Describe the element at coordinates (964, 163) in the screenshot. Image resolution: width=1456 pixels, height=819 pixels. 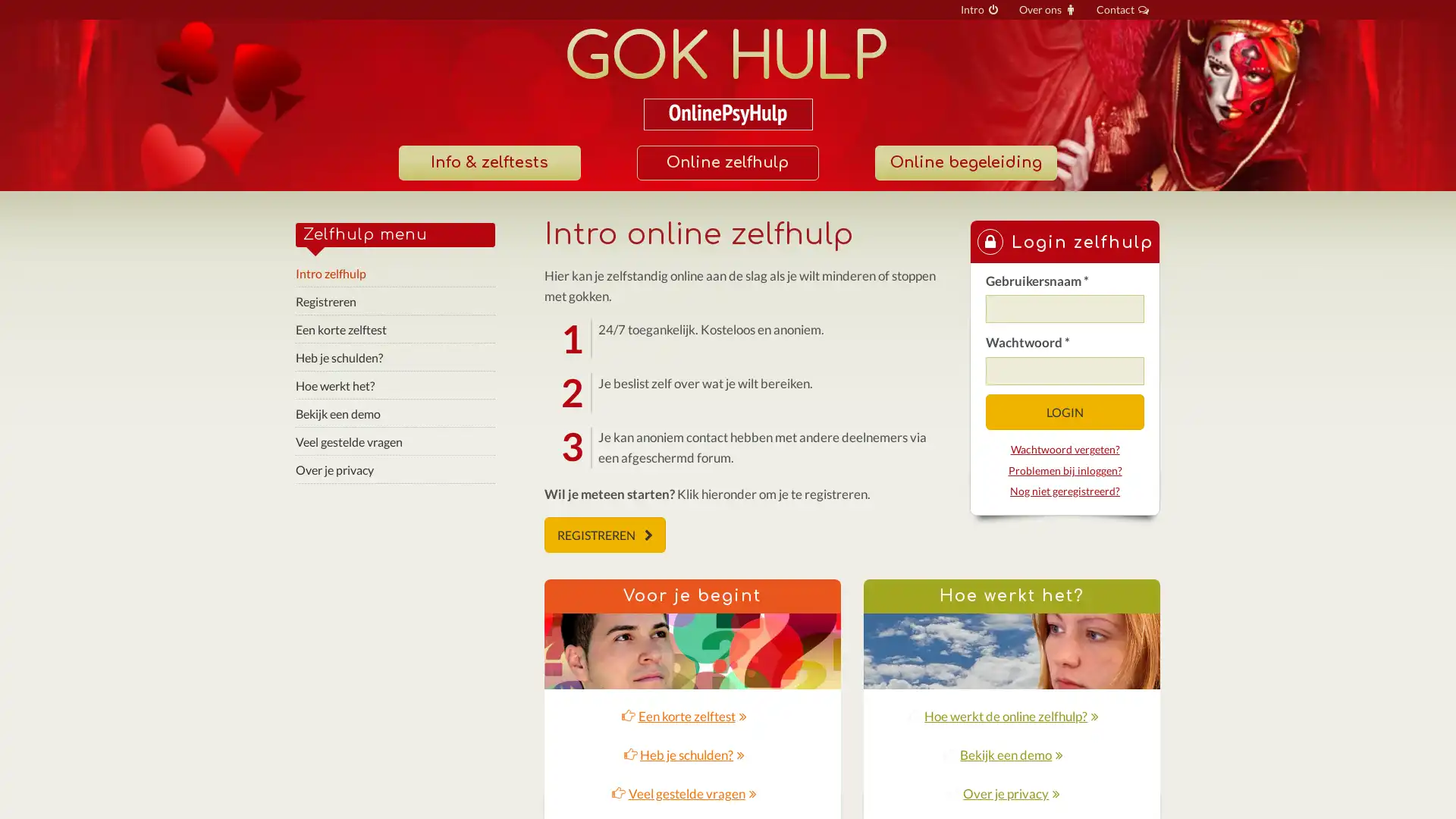
I see `Online begeleiding` at that location.